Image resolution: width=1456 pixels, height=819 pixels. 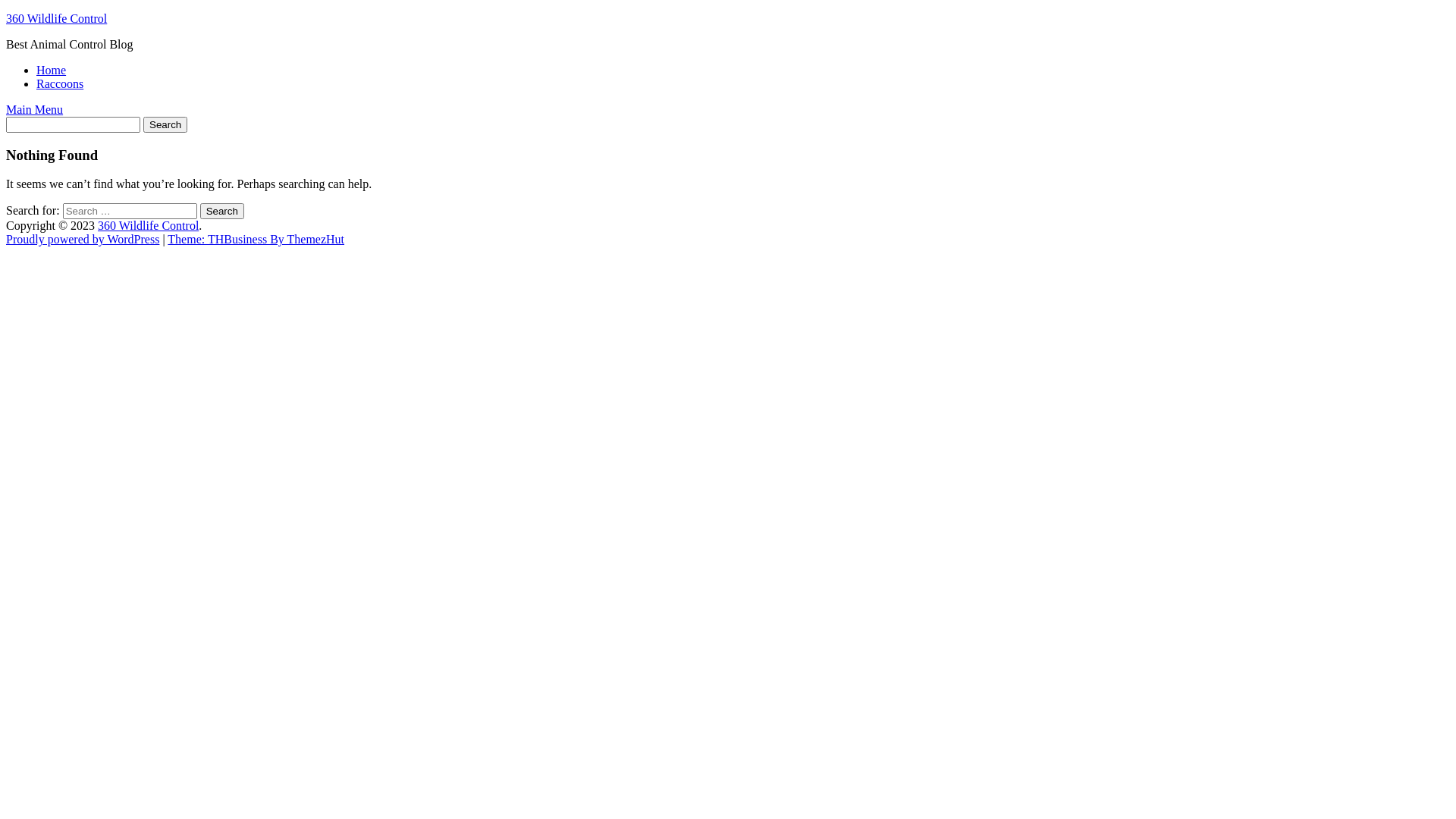 What do you see at coordinates (148, 225) in the screenshot?
I see `'360 Wildlife Control'` at bounding box center [148, 225].